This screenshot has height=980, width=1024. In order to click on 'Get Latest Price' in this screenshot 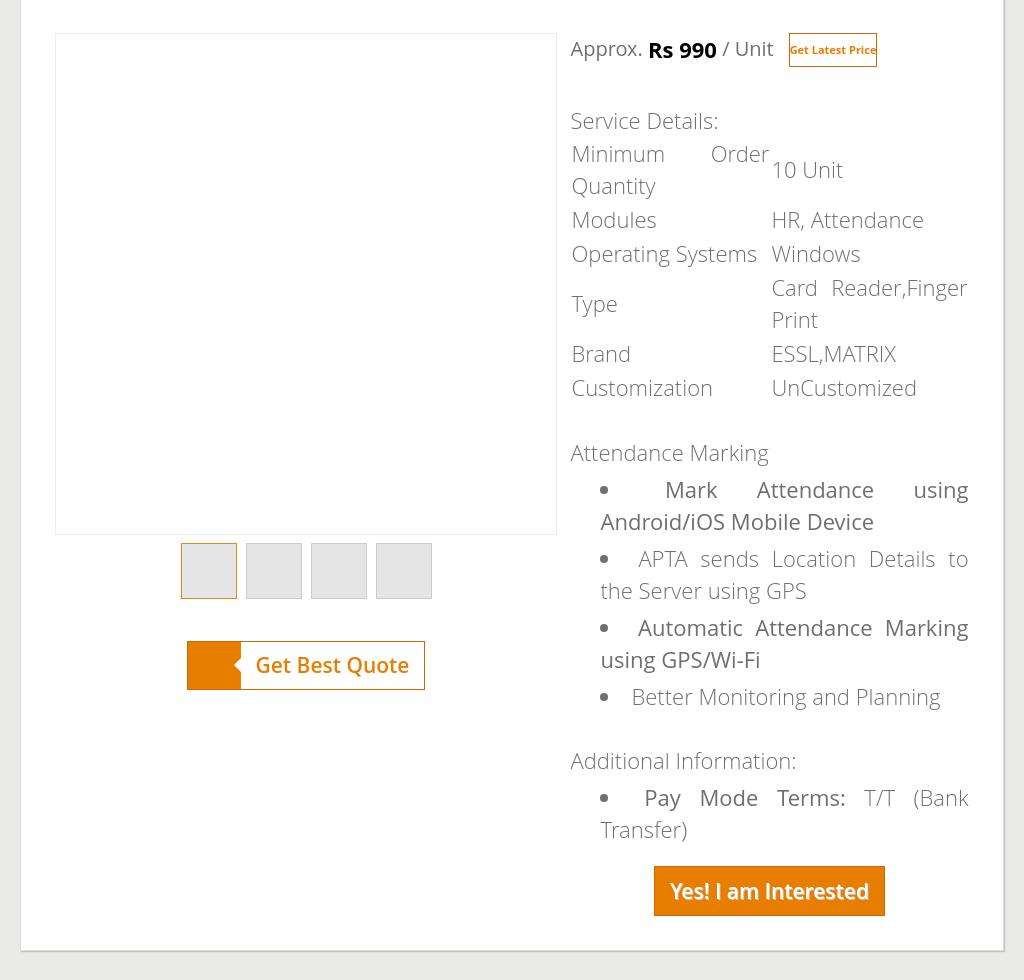, I will do `click(788, 49)`.